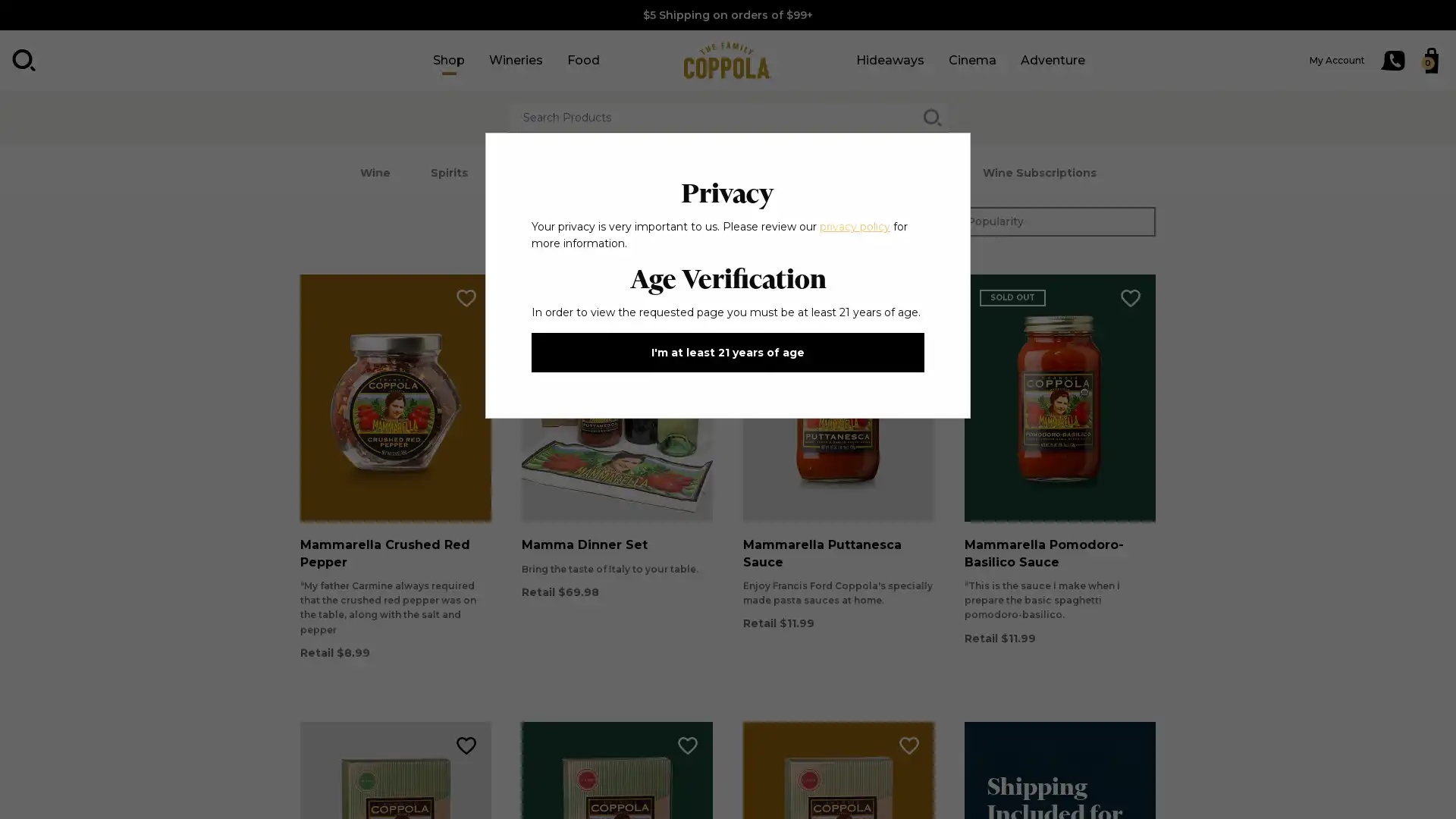 Image resolution: width=1456 pixels, height=819 pixels. What do you see at coordinates (1430, 60) in the screenshot?
I see `0 Cart` at bounding box center [1430, 60].